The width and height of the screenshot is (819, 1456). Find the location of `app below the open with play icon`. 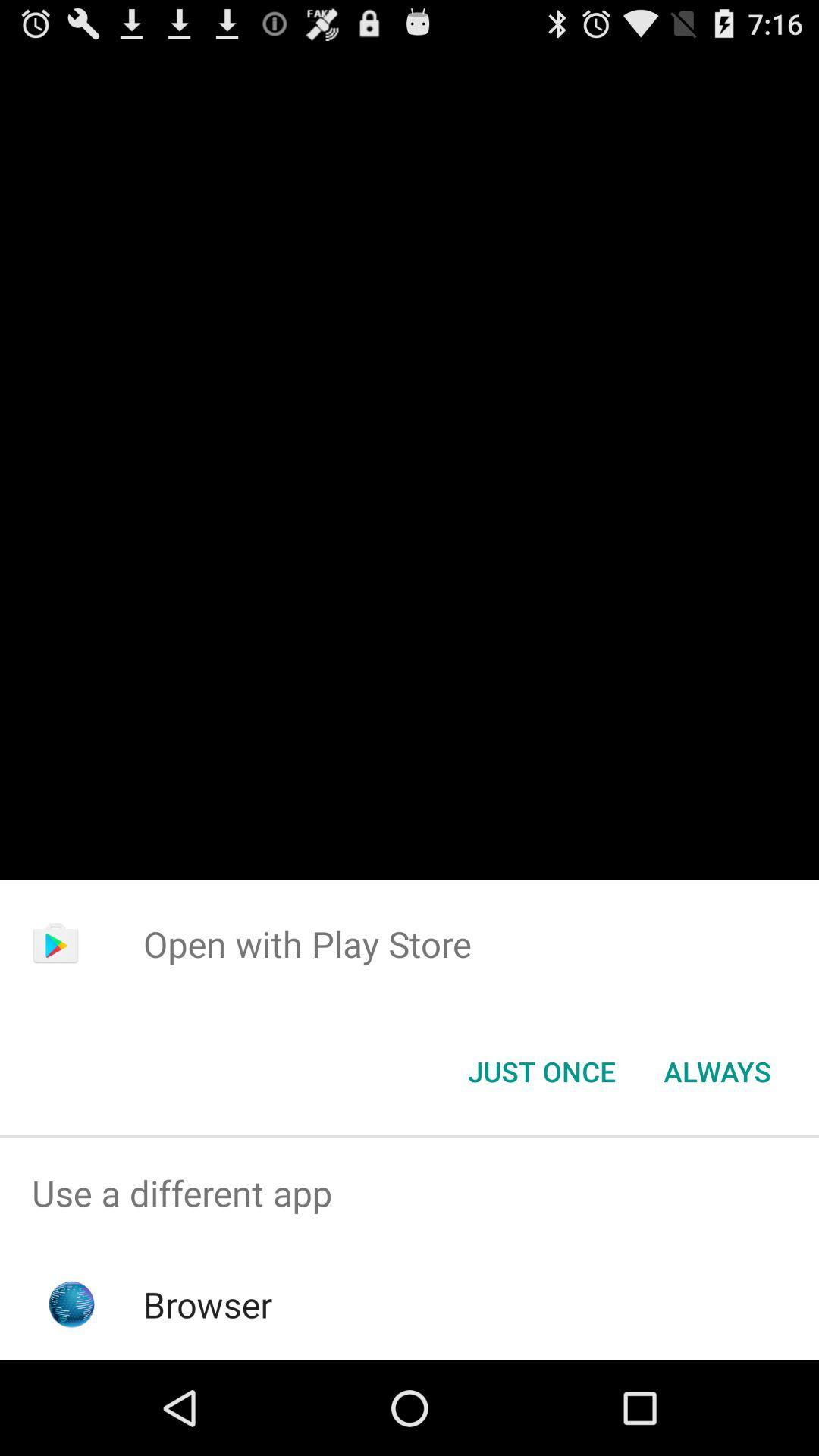

app below the open with play icon is located at coordinates (541, 1070).